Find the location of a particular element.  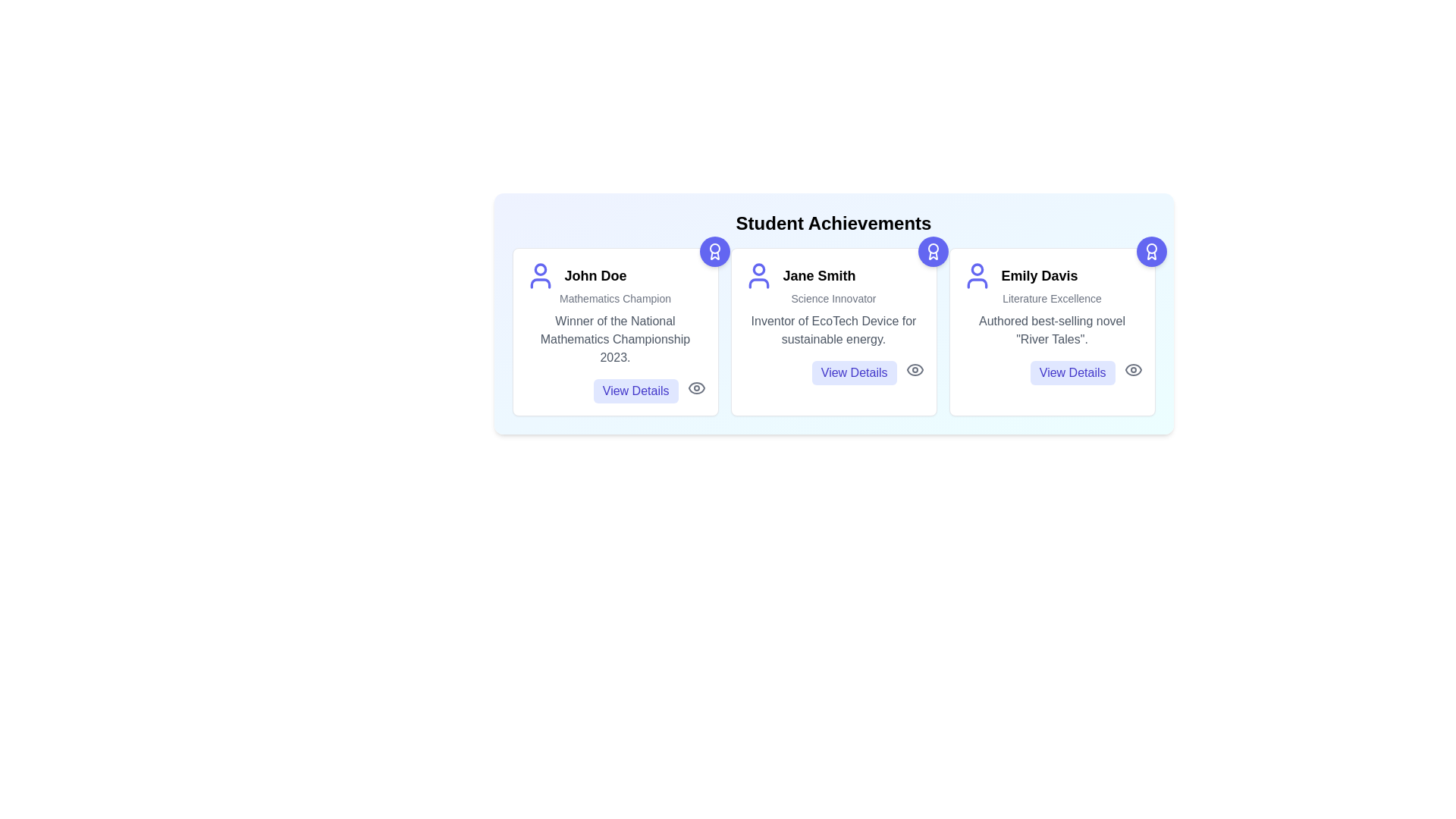

the 'View Details' button for a specific student achievement, identified by the parameter Emily Davis is located at coordinates (1072, 373).